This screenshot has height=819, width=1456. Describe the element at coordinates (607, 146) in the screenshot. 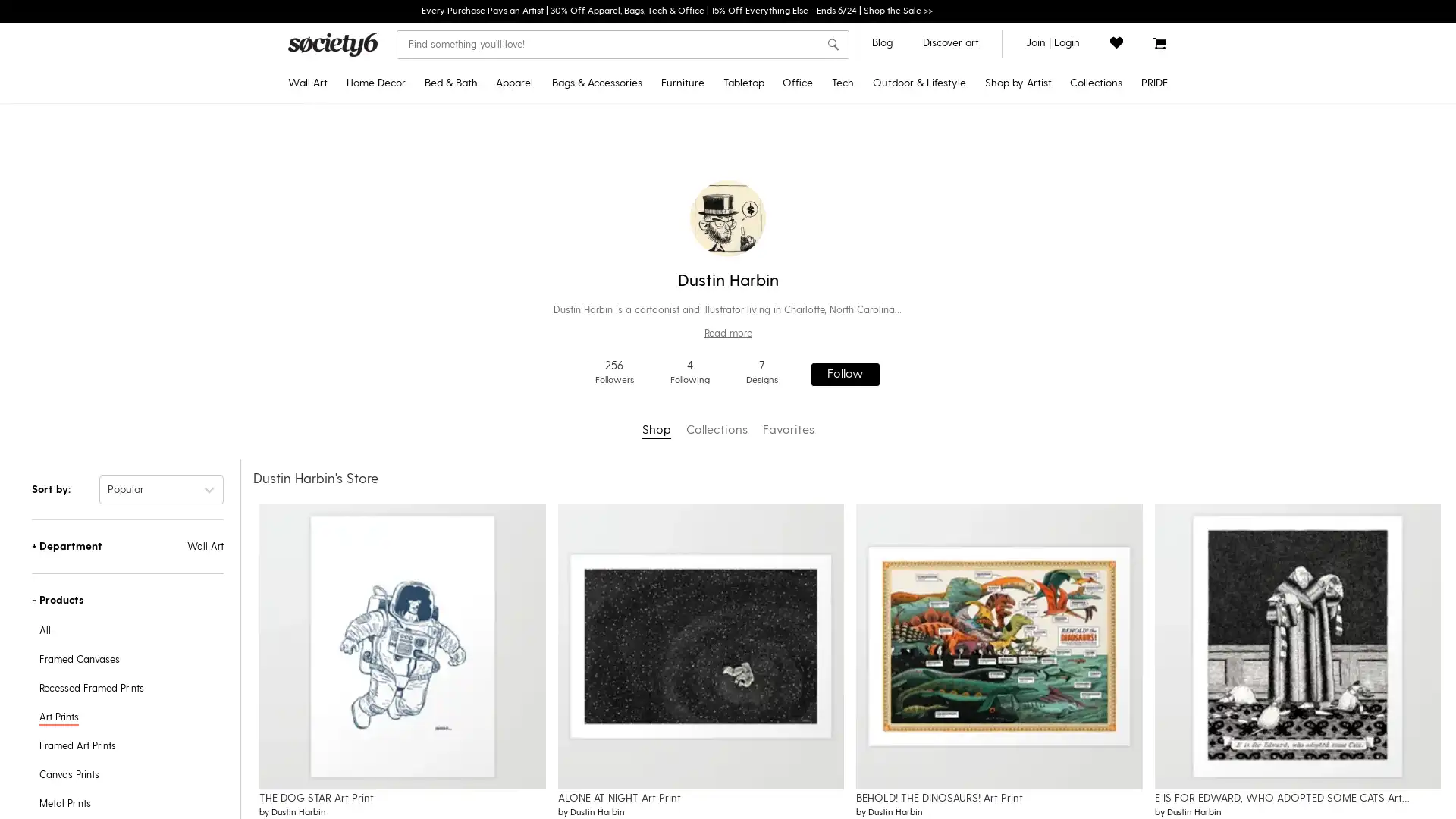

I see `Carry-All Pouches` at that location.